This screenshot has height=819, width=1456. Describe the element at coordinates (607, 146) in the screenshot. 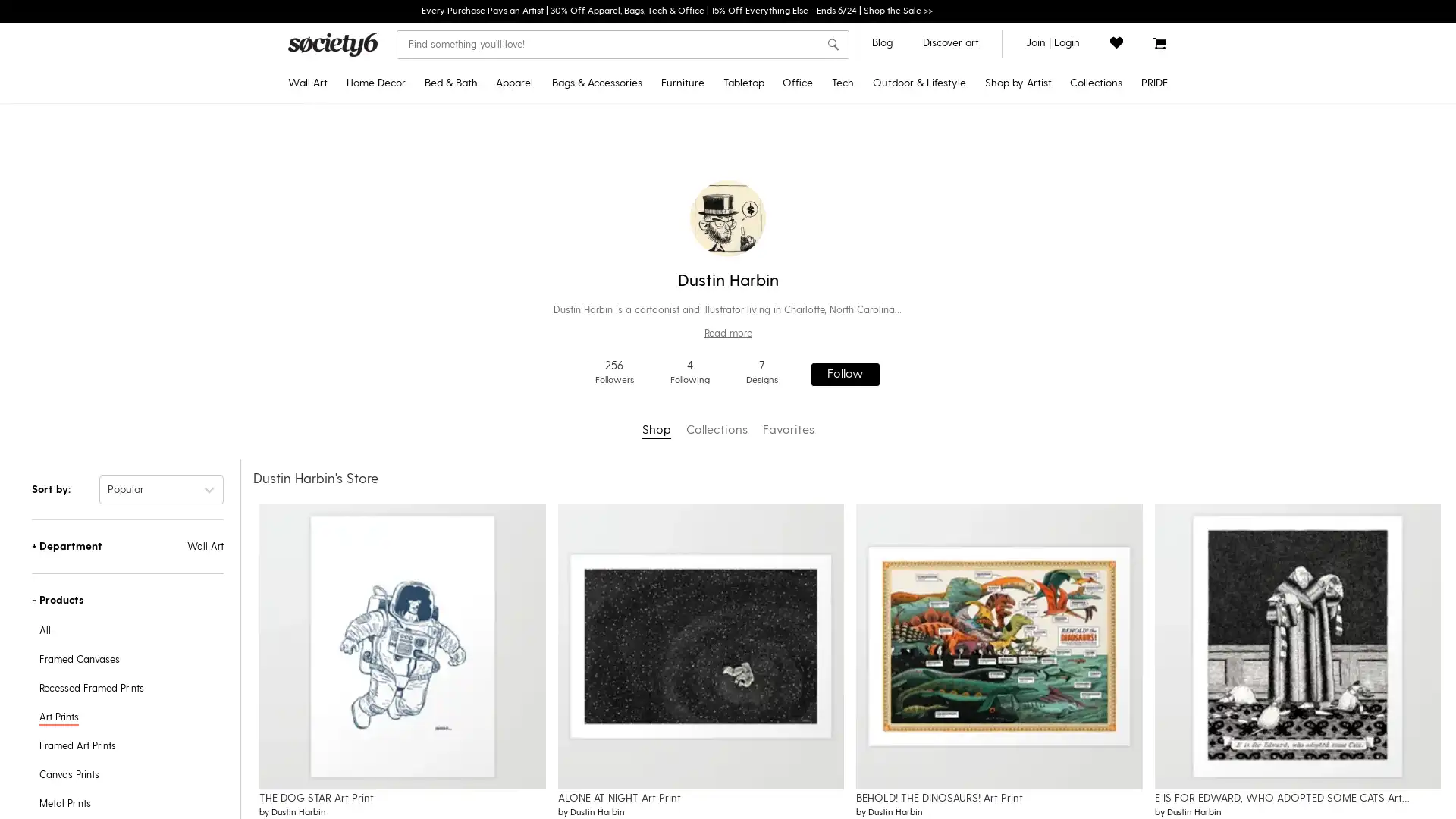

I see `Carry-All Pouches` at that location.